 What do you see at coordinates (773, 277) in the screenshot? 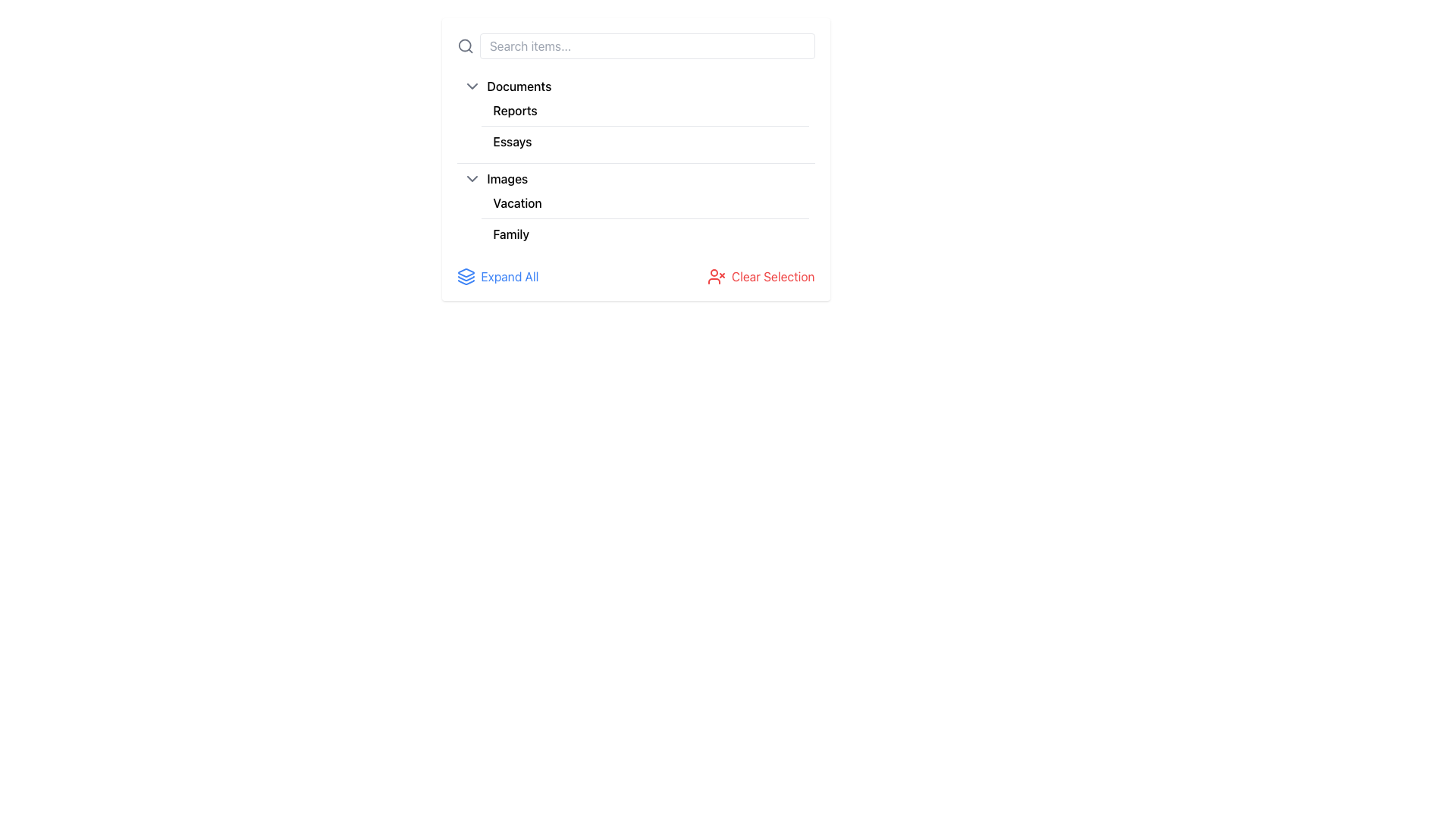
I see `the 'Clear Selection' text label, which is styled in bold sans-serif font and colored red, located at the bottom right of the sidebar panel` at bounding box center [773, 277].